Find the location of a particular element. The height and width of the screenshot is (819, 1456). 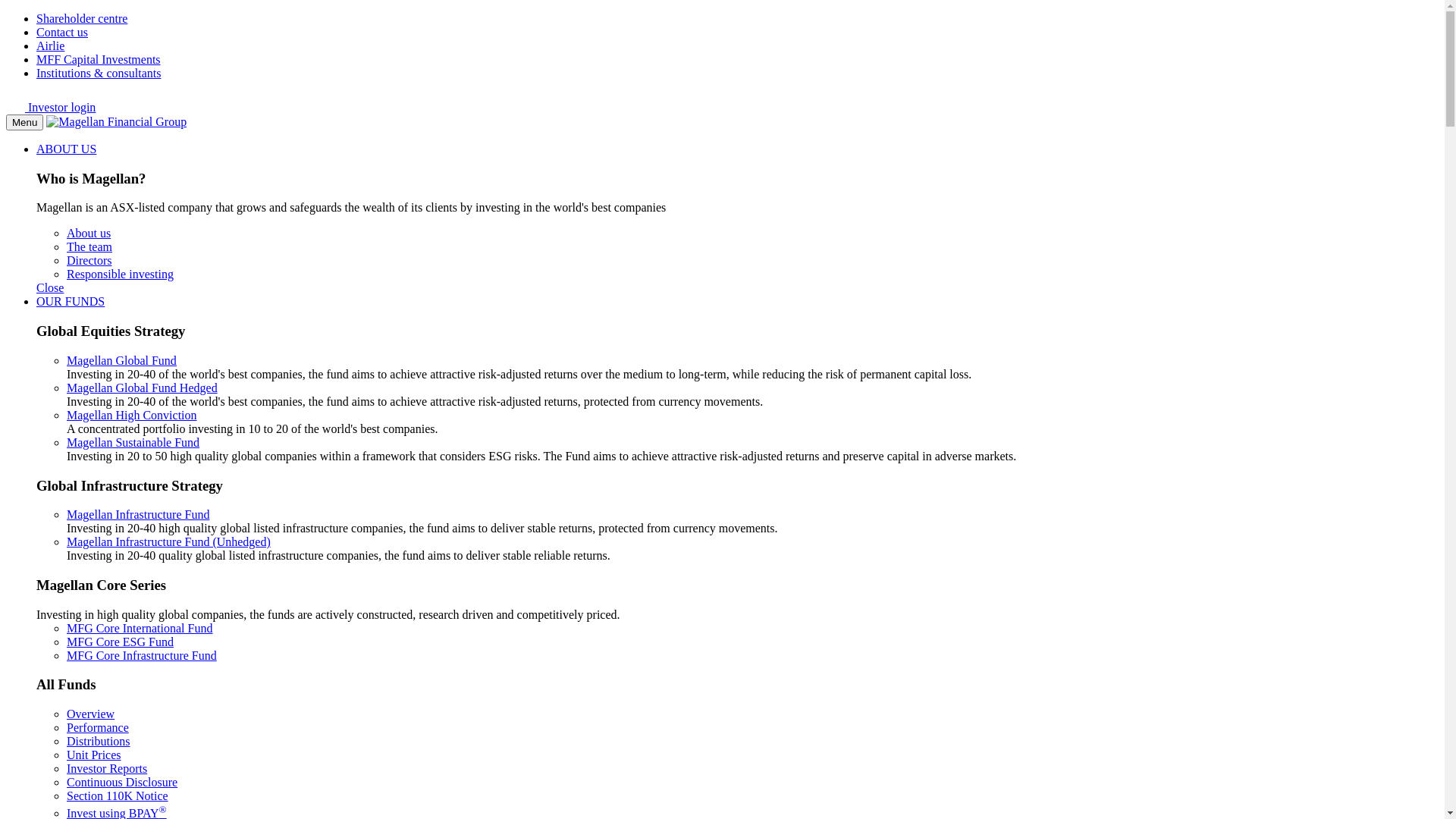

'Distributions' is located at coordinates (97, 740).